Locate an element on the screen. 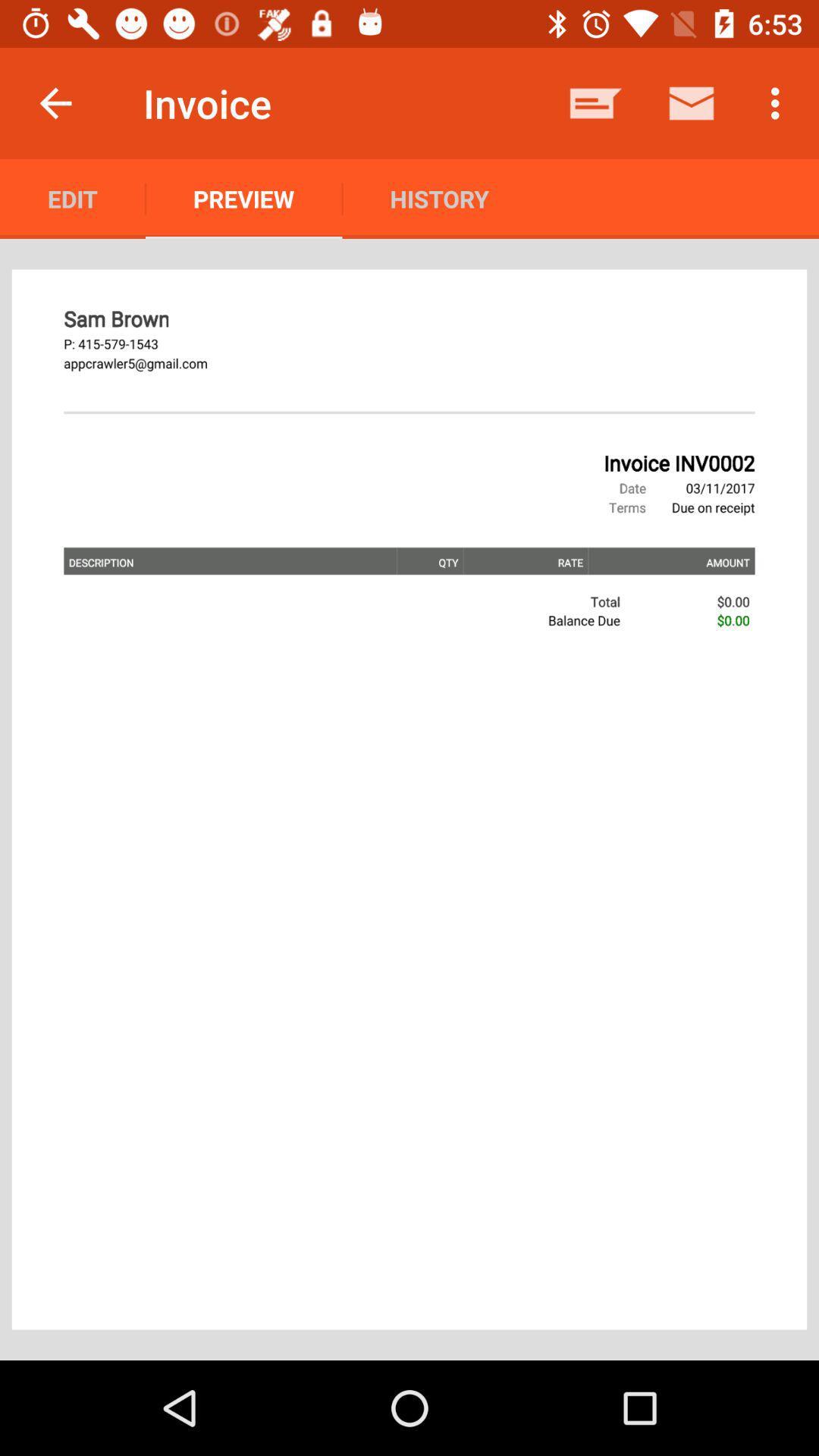 This screenshot has width=819, height=1456. the app to the left of the preview is located at coordinates (73, 198).